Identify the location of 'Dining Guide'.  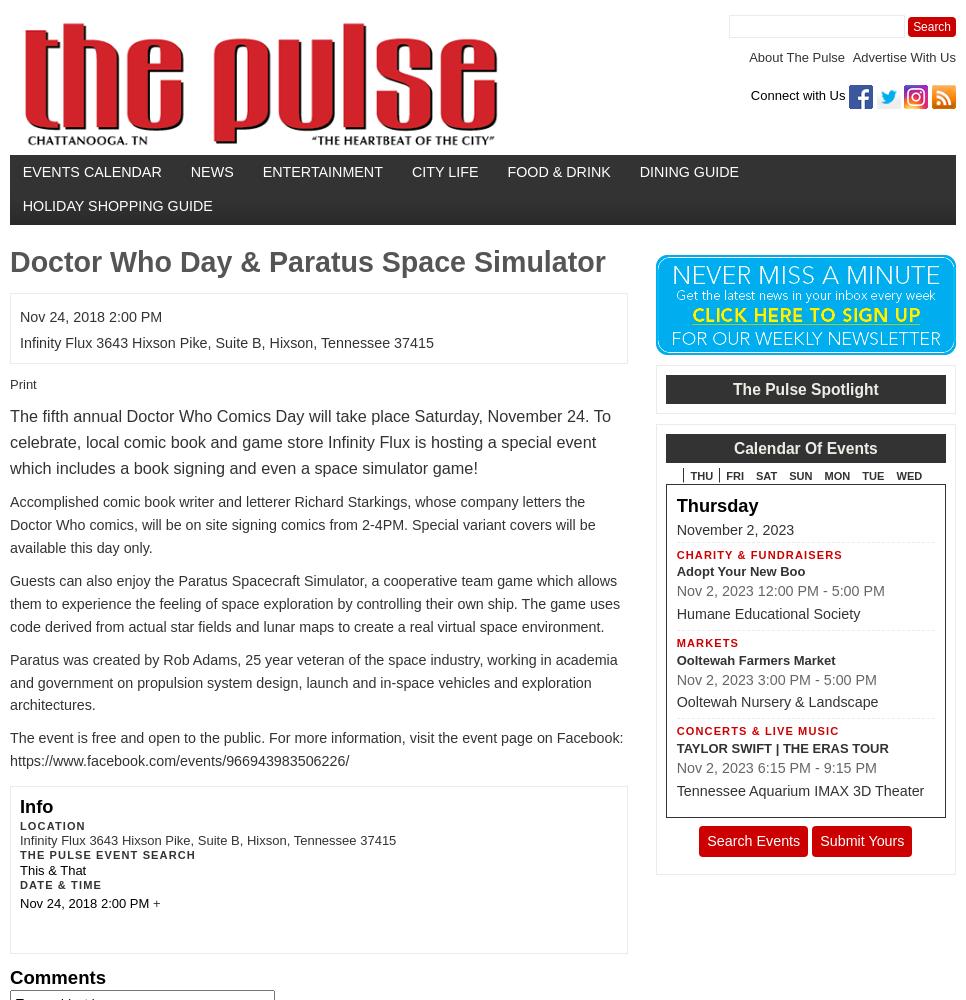
(689, 171).